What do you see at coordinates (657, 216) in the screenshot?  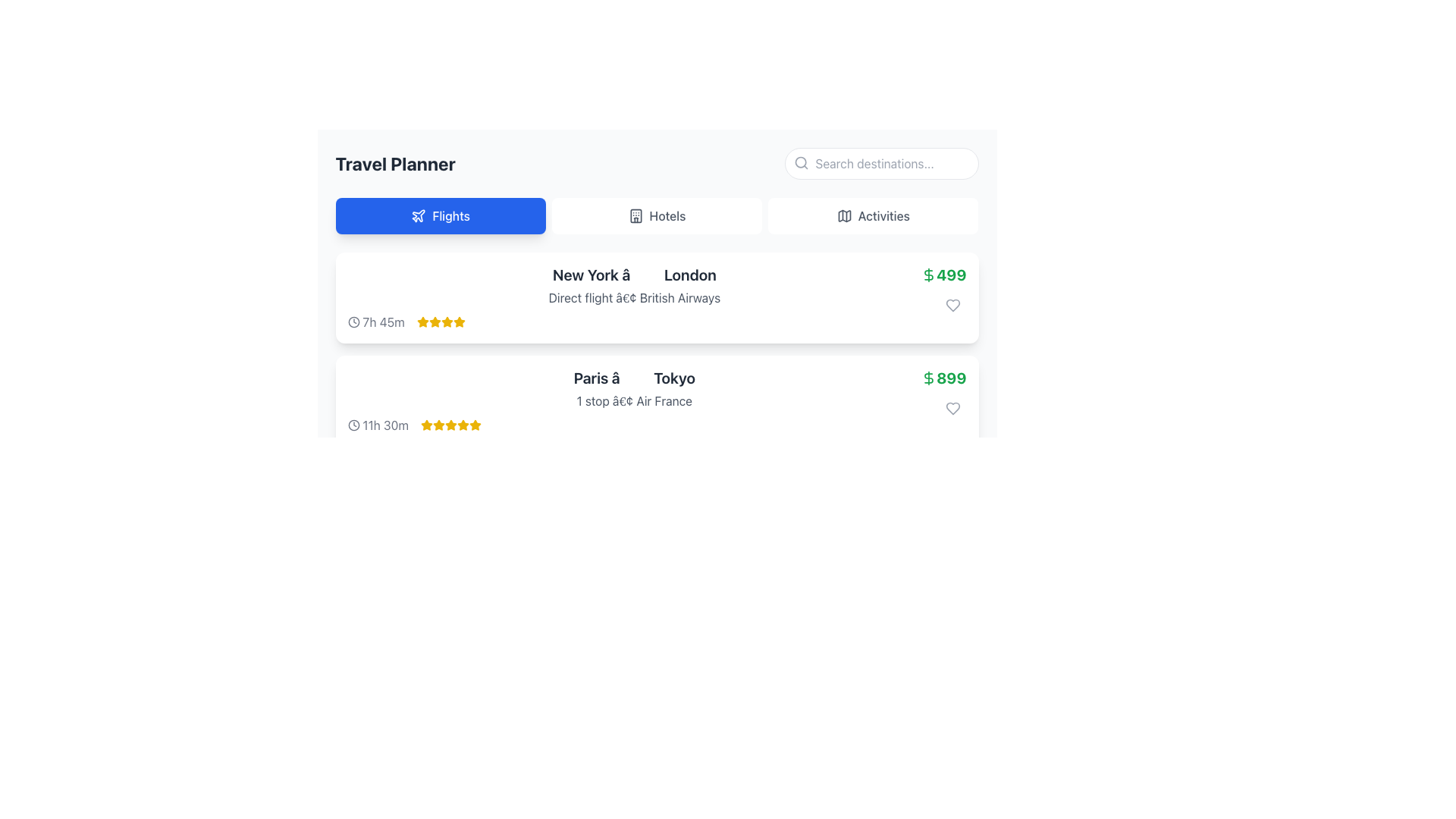 I see `the 'Hotels' button in the navigation bar to change its background color` at bounding box center [657, 216].